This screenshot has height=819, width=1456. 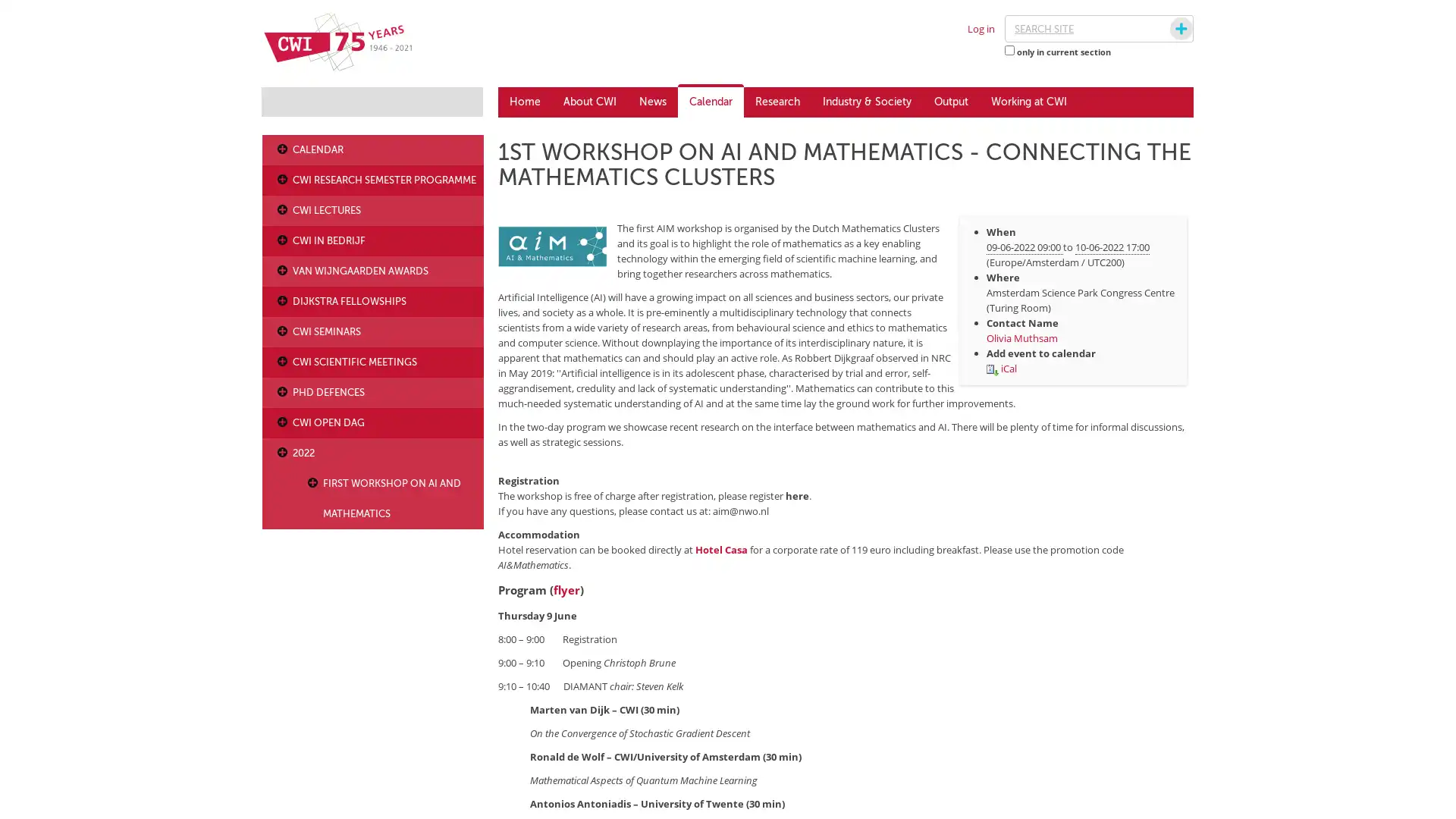 What do you see at coordinates (1166, 29) in the screenshot?
I see `Search` at bounding box center [1166, 29].